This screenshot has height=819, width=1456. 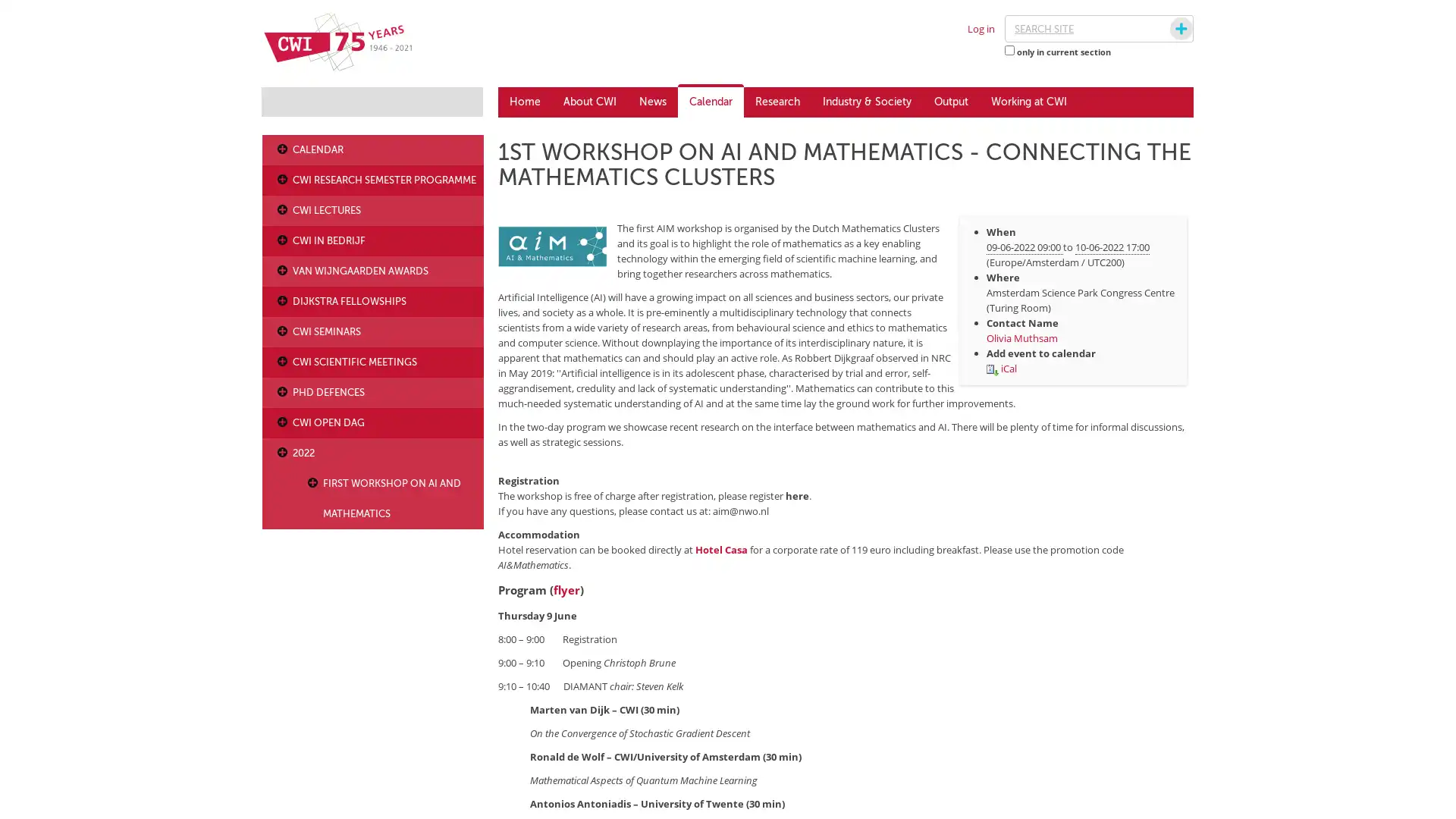 What do you see at coordinates (1166, 29) in the screenshot?
I see `Search` at bounding box center [1166, 29].